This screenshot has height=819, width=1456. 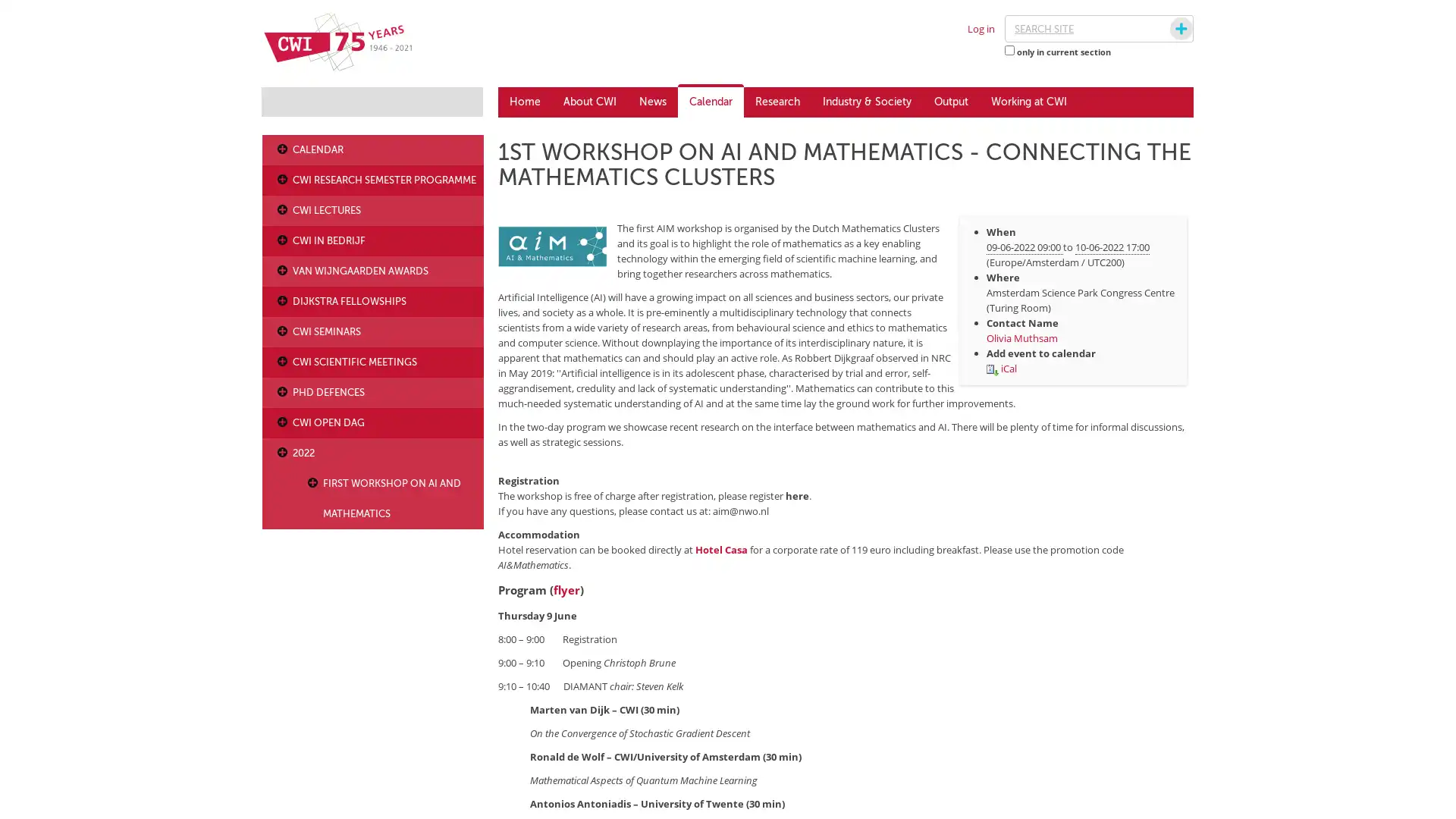 What do you see at coordinates (1166, 29) in the screenshot?
I see `Search` at bounding box center [1166, 29].